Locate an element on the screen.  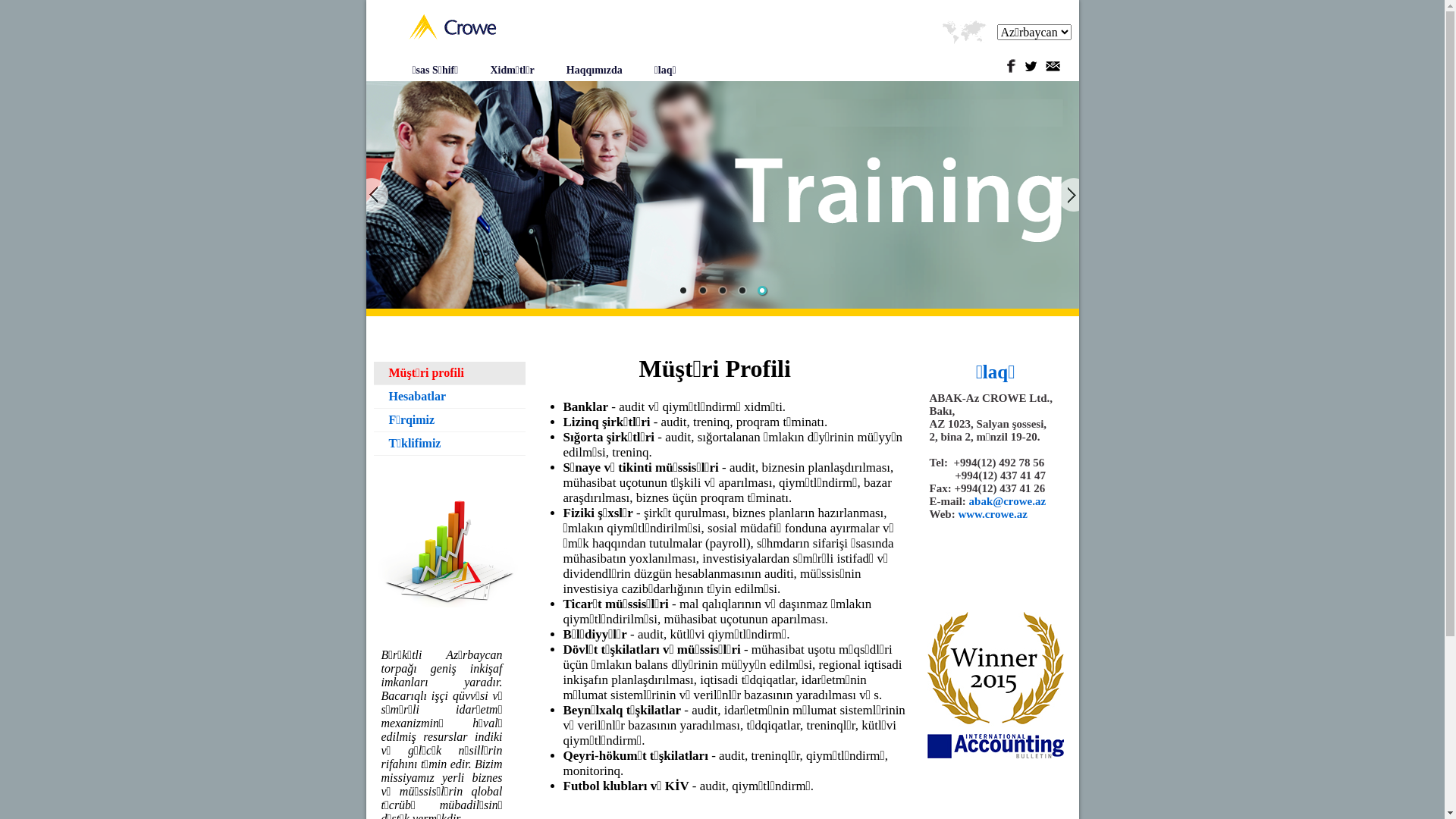
'abak@crowe.az' is located at coordinates (1008, 500).